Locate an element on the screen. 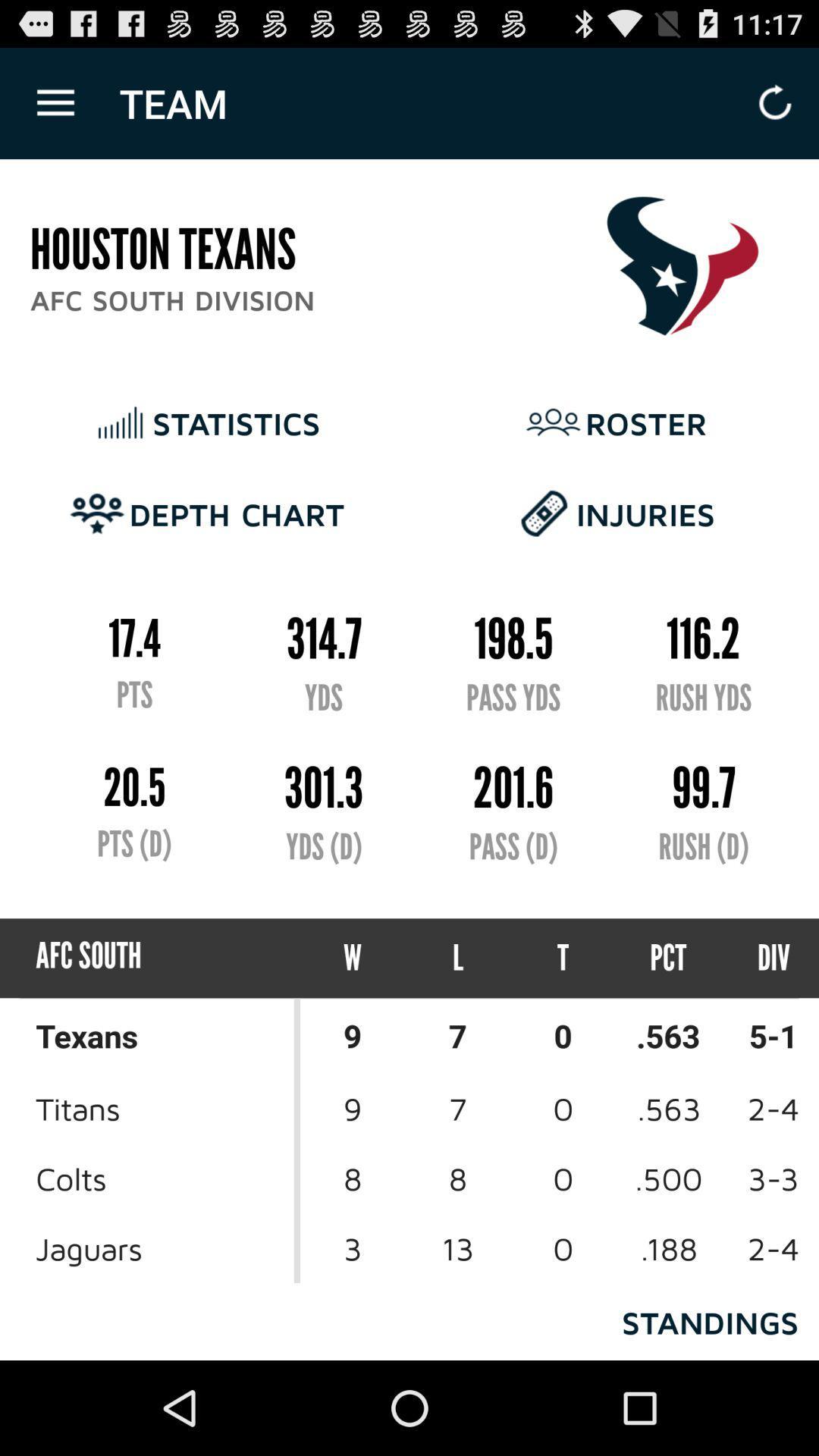 The height and width of the screenshot is (1456, 819). the item above .563 icon is located at coordinates (760, 957).